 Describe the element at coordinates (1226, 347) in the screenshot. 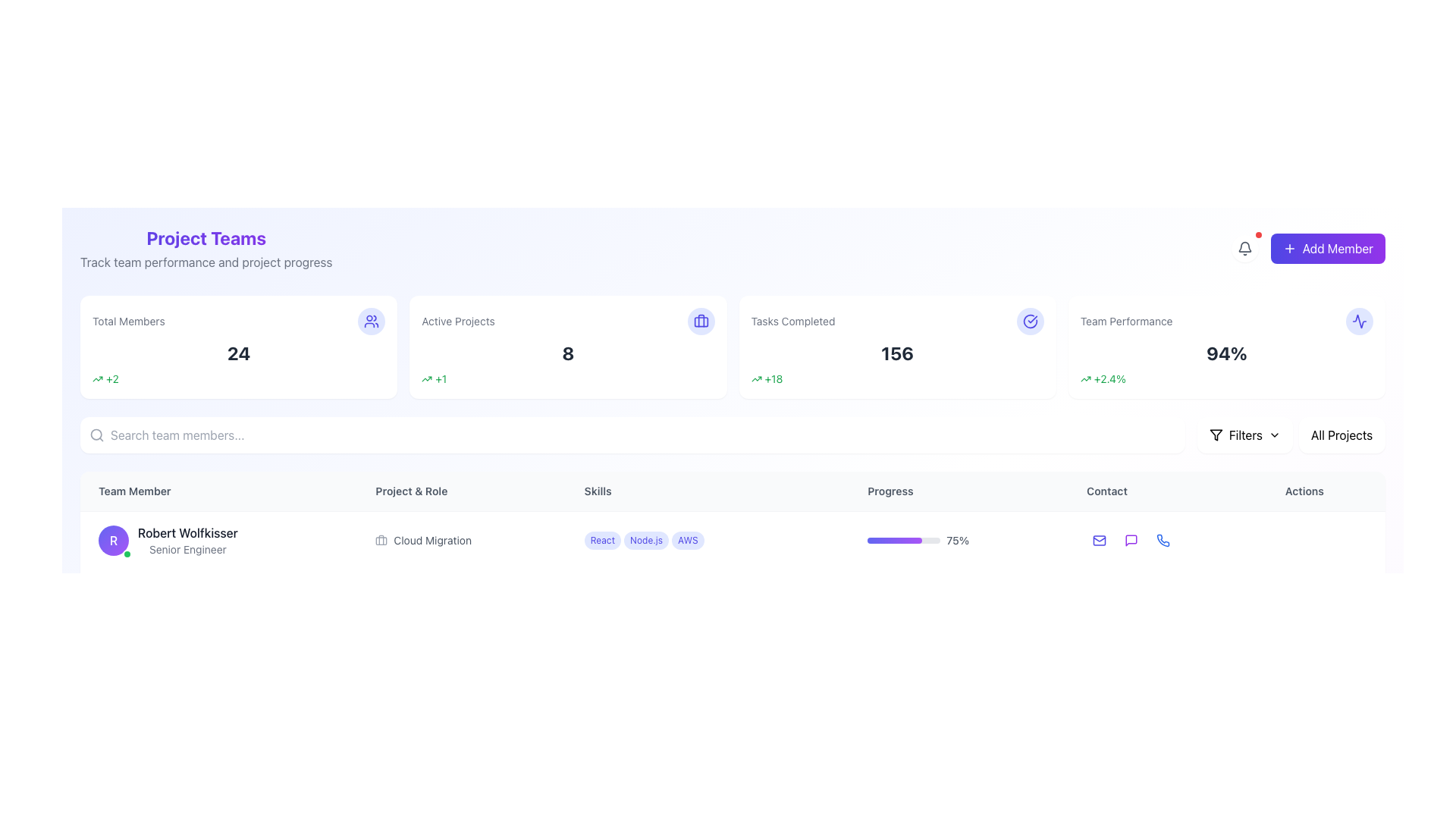

I see `the Information card that summarizes team performance metrics, located as the fourth card in a grid layout, to explore context options` at that location.